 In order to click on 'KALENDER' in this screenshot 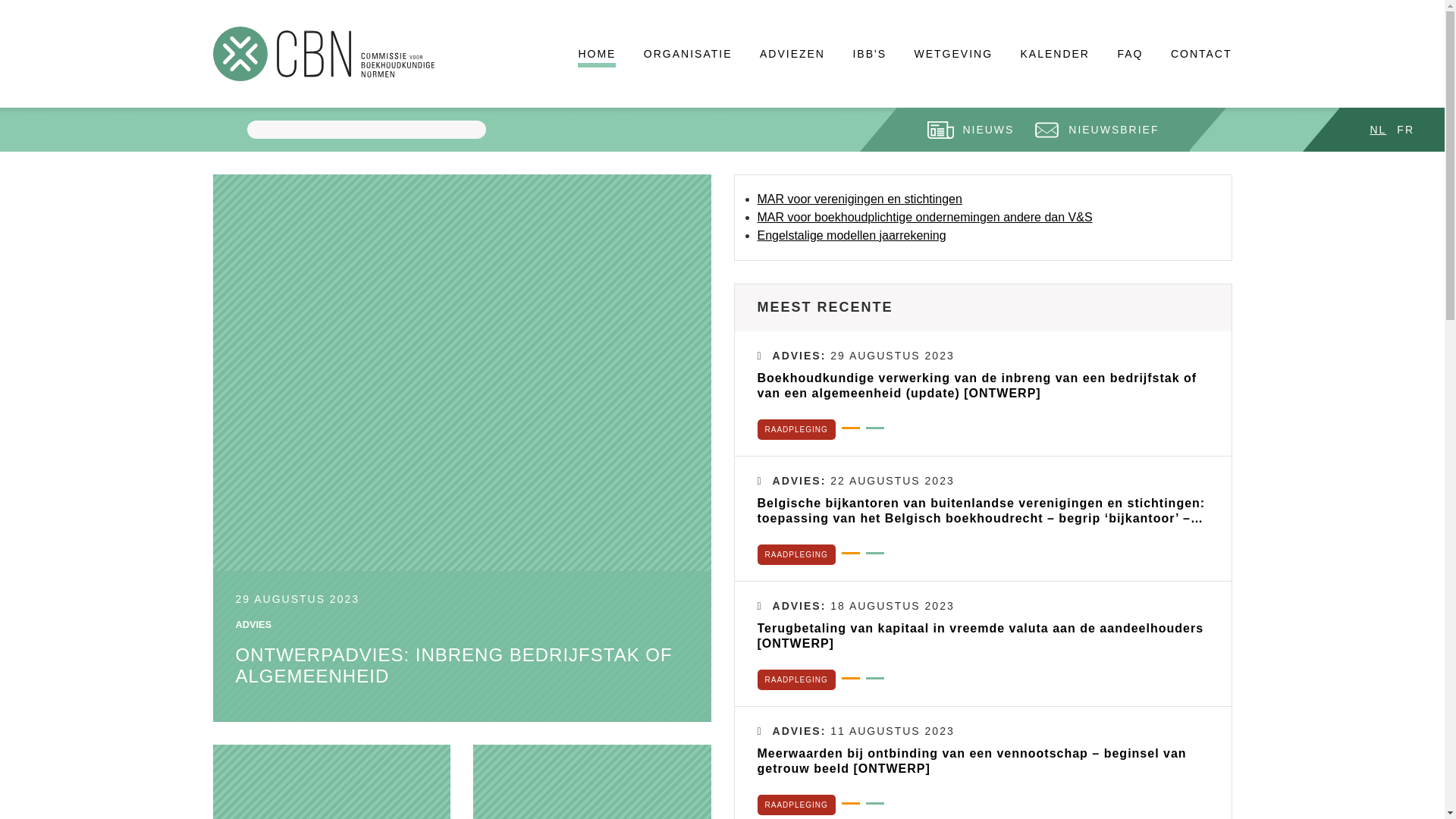, I will do `click(1053, 55)`.